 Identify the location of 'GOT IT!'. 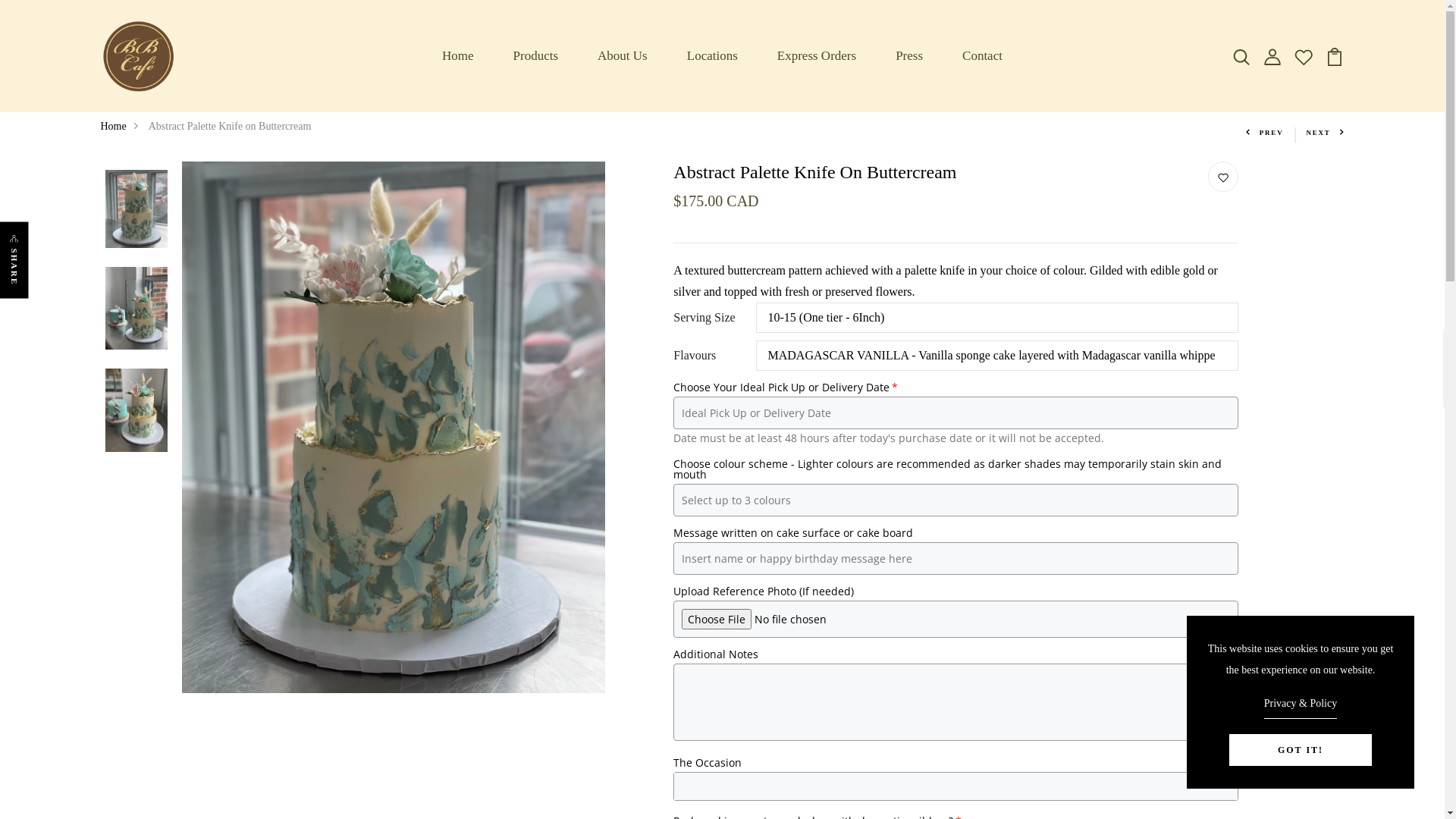
(1299, 748).